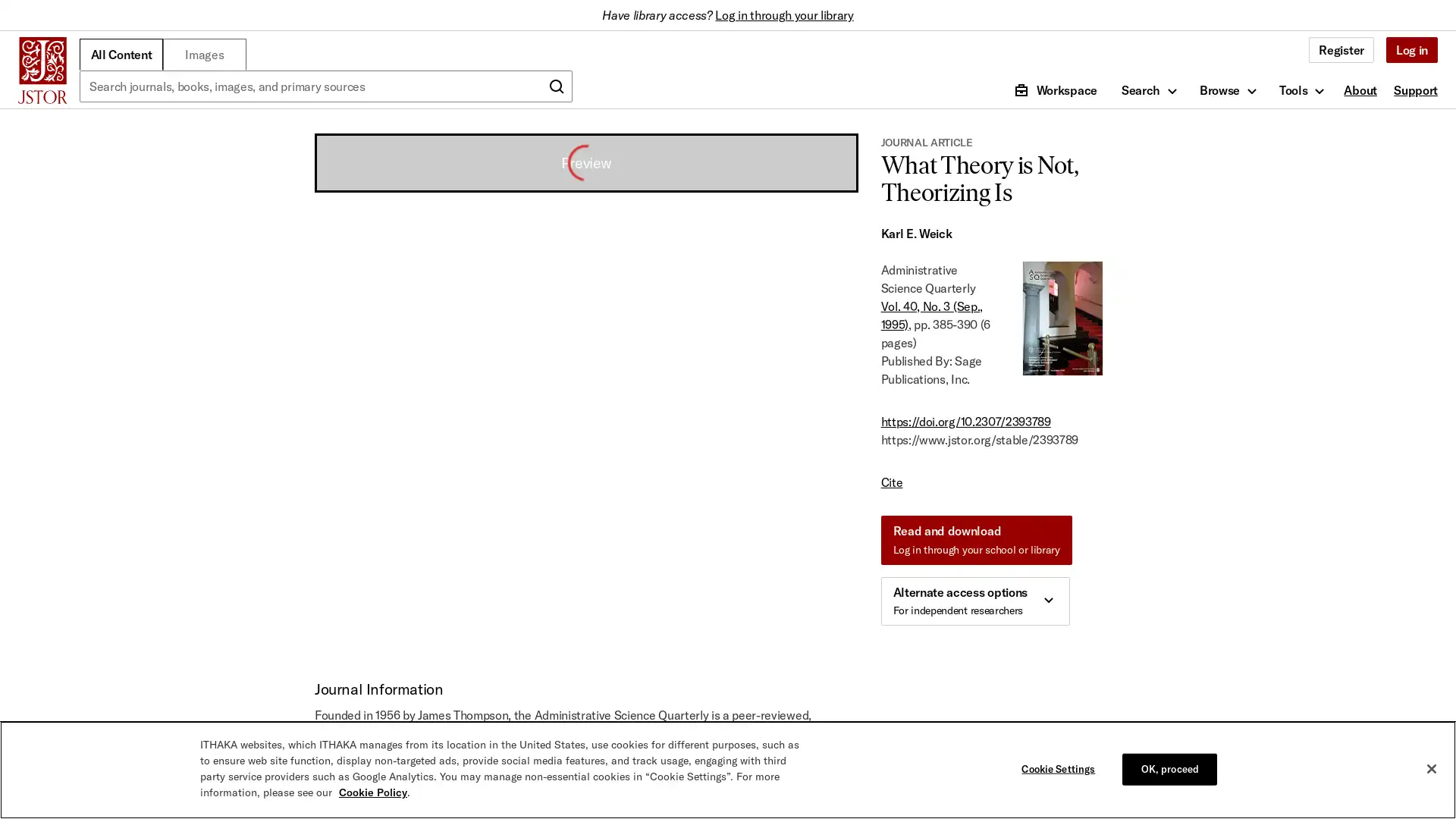 The height and width of the screenshot is (819, 1456). I want to click on Alternate access options For independent researchers, so click(974, 601).